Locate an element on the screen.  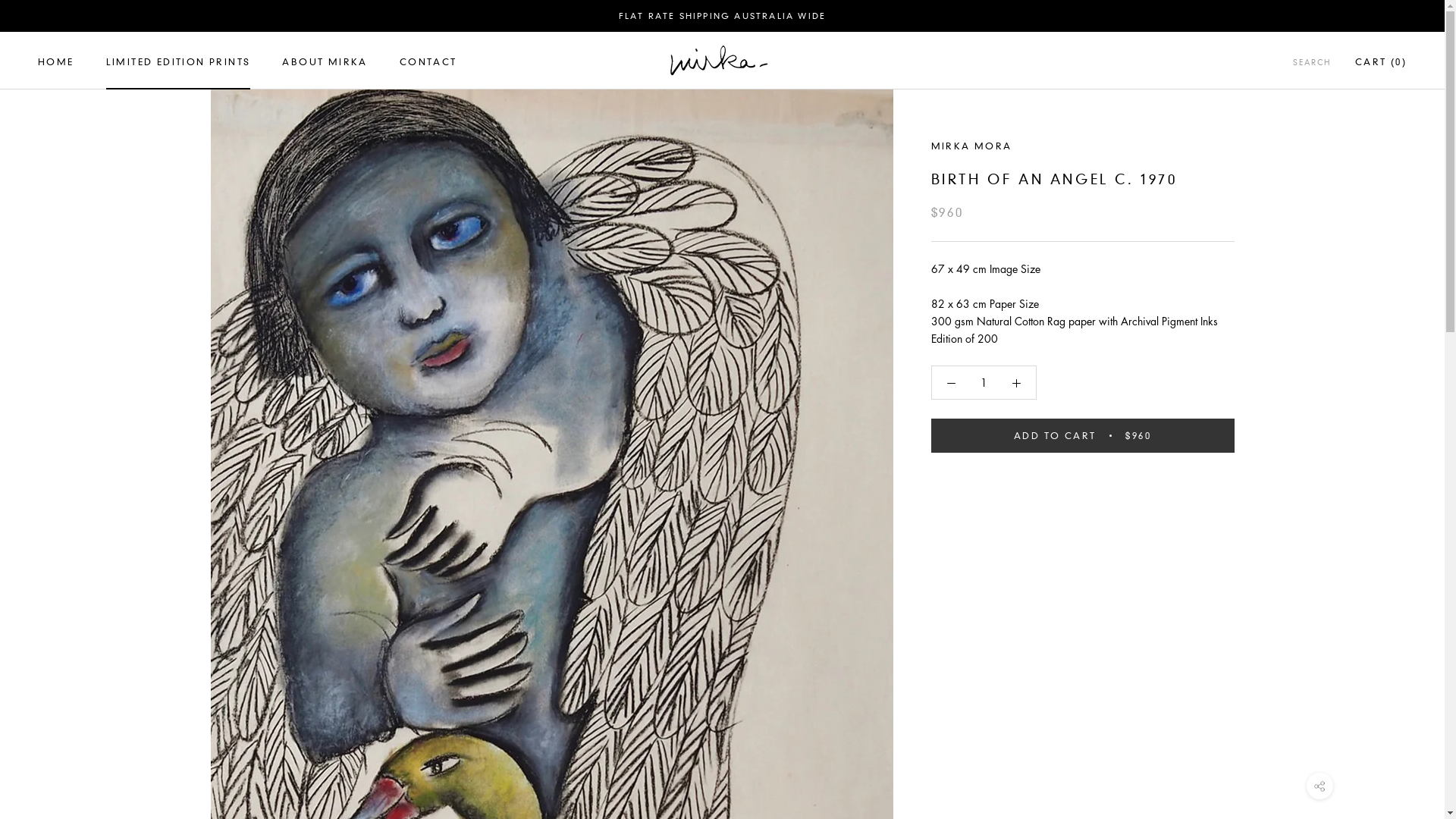
'ABOUT MIRKA is located at coordinates (323, 61).